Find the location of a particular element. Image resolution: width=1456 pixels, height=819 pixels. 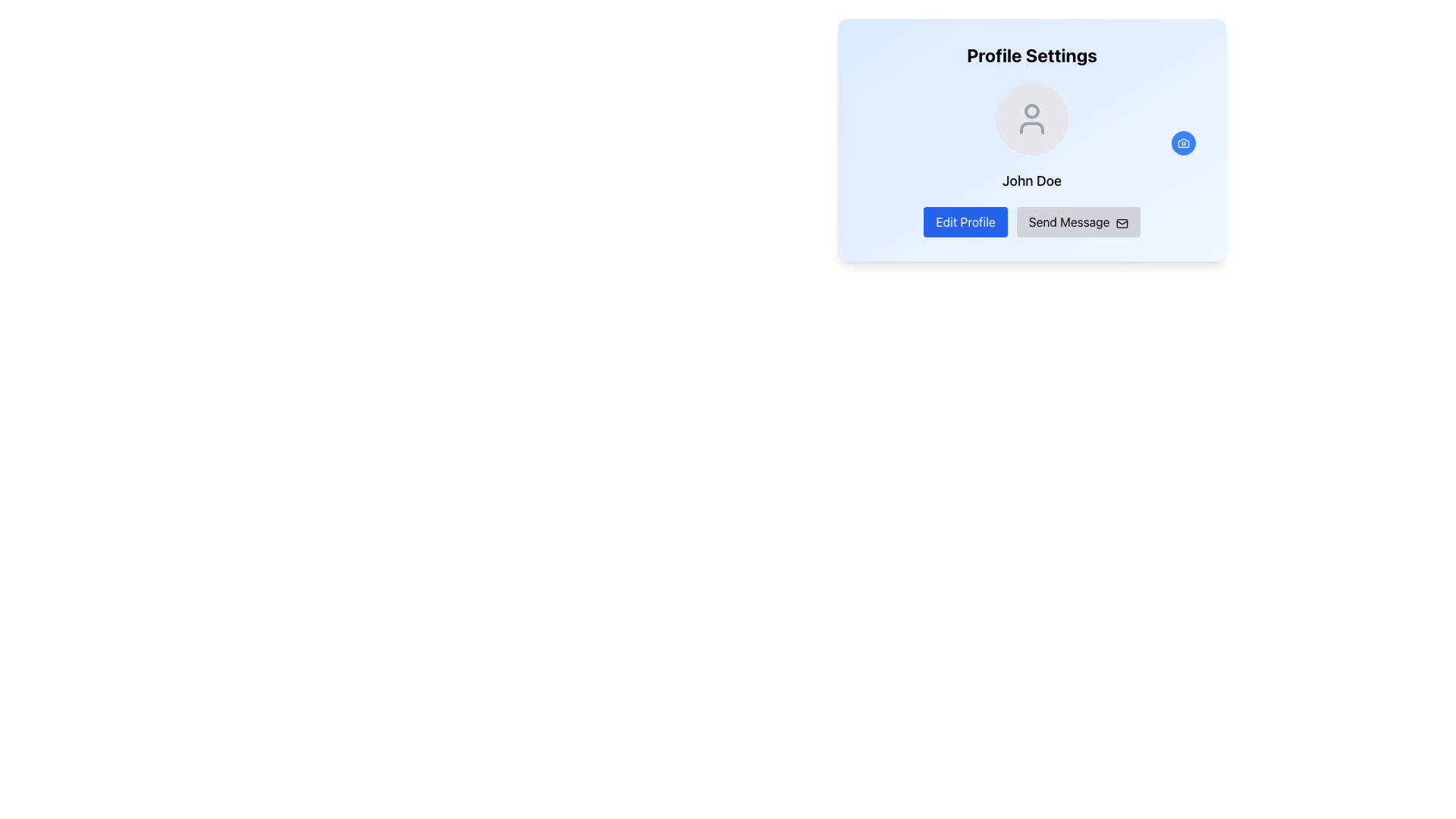

the text label displaying 'John Doe' located beneath the circular avatar in the profile settings section is located at coordinates (1031, 180).